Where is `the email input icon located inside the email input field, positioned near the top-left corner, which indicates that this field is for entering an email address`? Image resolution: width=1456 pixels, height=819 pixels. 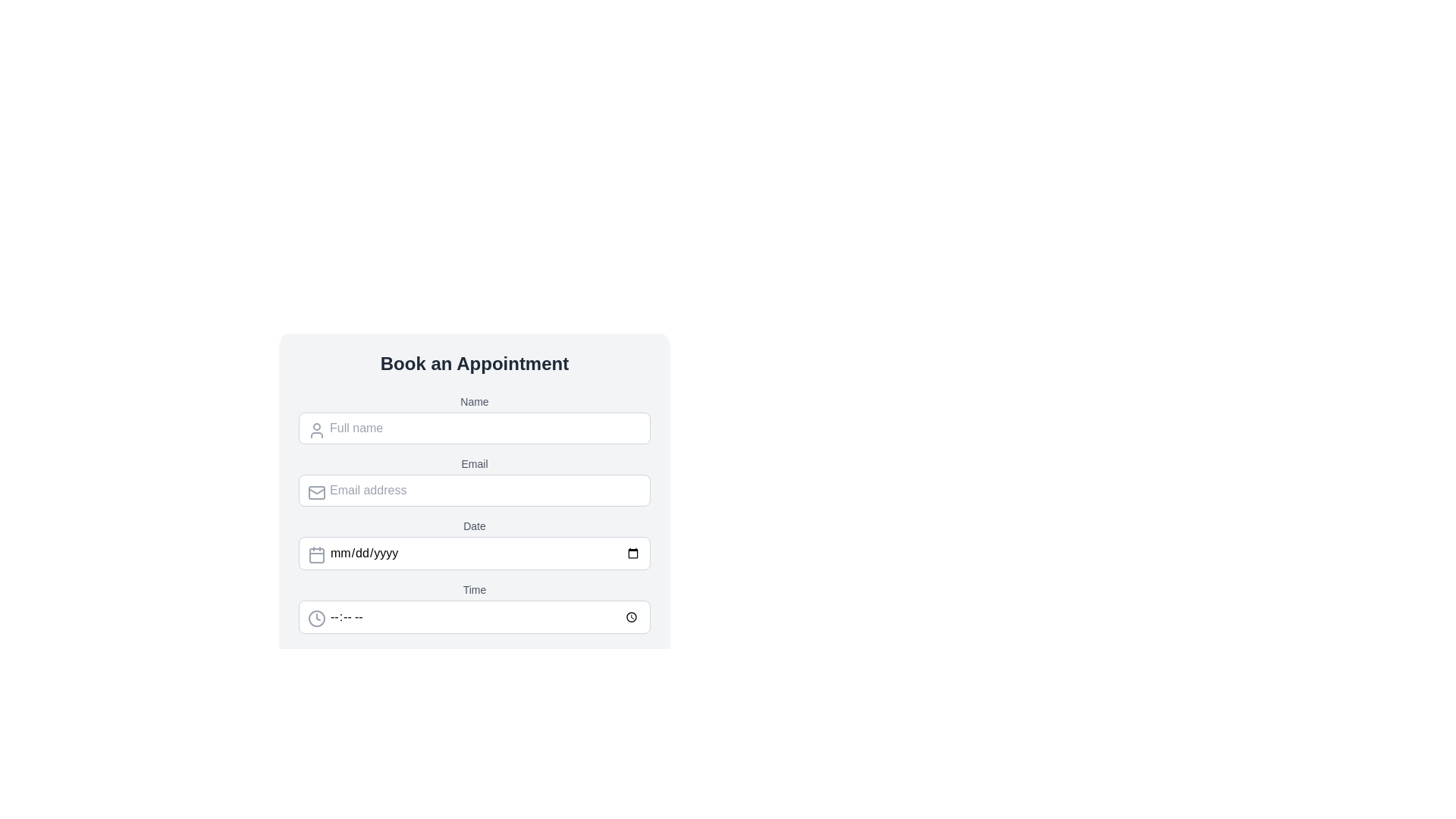
the email input icon located inside the email input field, positioned near the top-left corner, which indicates that this field is for entering an email address is located at coordinates (315, 493).